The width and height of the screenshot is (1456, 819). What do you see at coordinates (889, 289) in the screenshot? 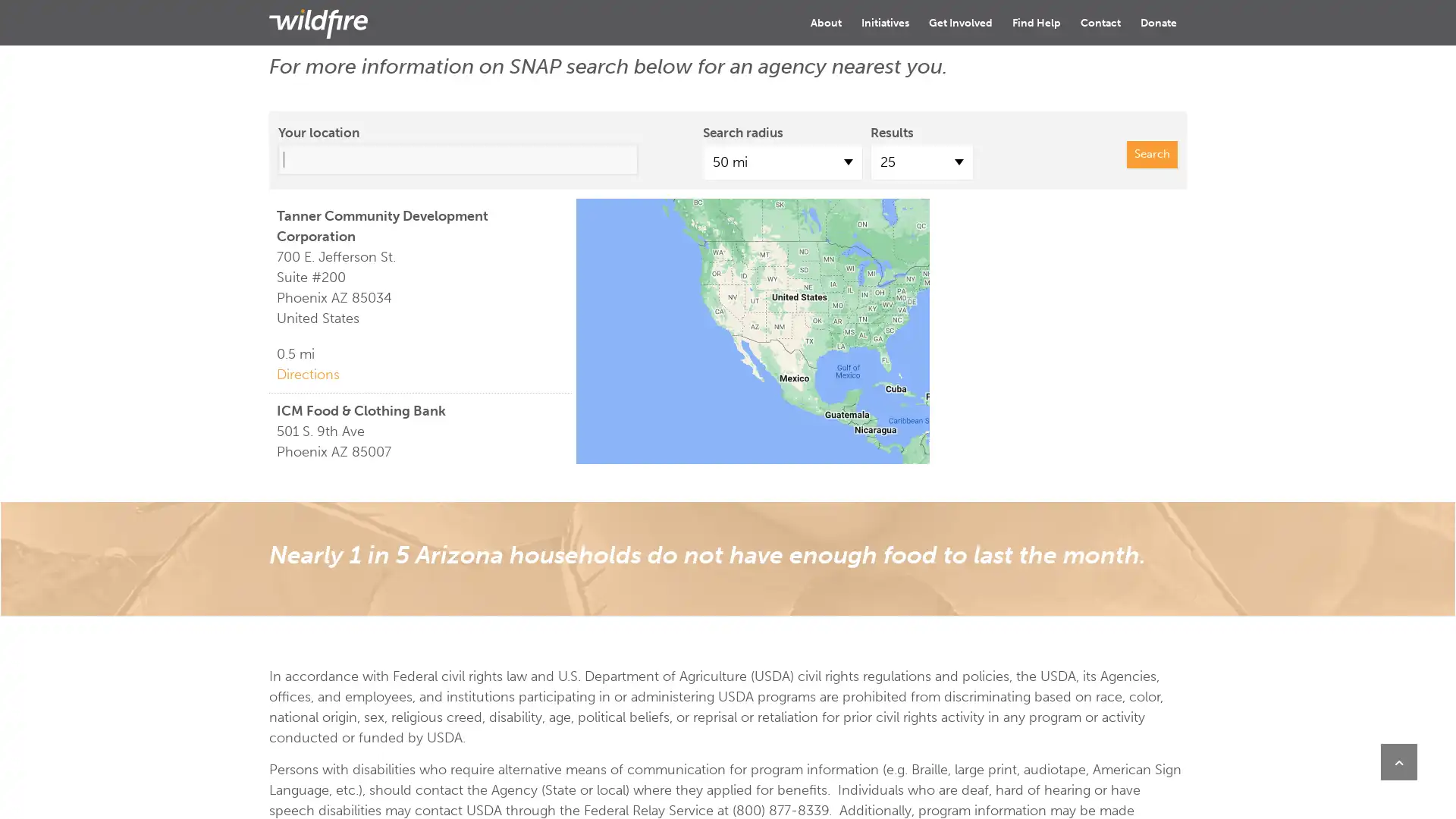
I see `NCADD (National Council On Alcoholism And Drug Dependence)` at bounding box center [889, 289].